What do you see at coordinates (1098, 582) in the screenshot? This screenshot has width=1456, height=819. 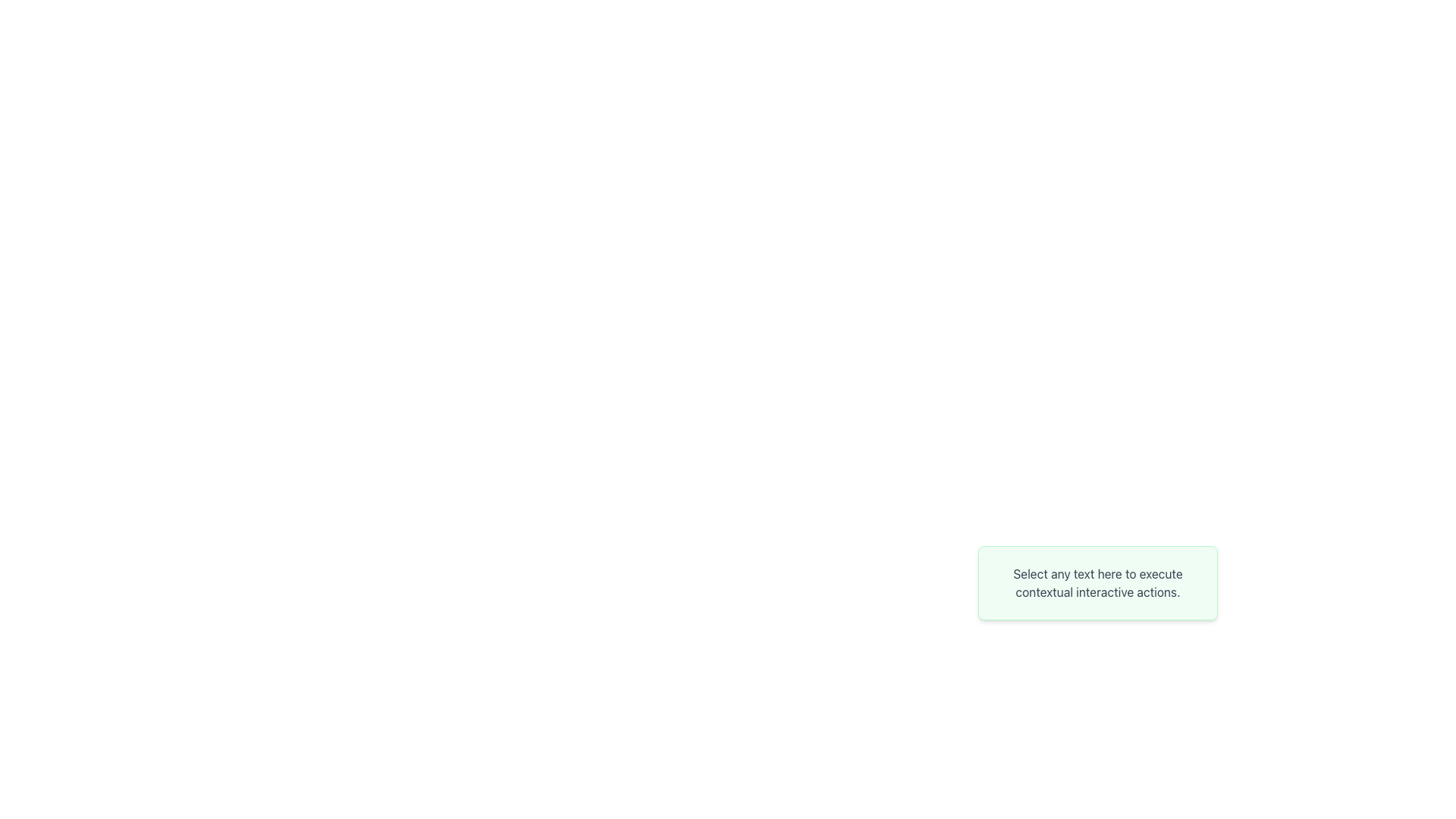 I see `the Static Information Text Block with a light green background that contains the text 'Select any text here to execute contextual interactive actions.'` at bounding box center [1098, 582].